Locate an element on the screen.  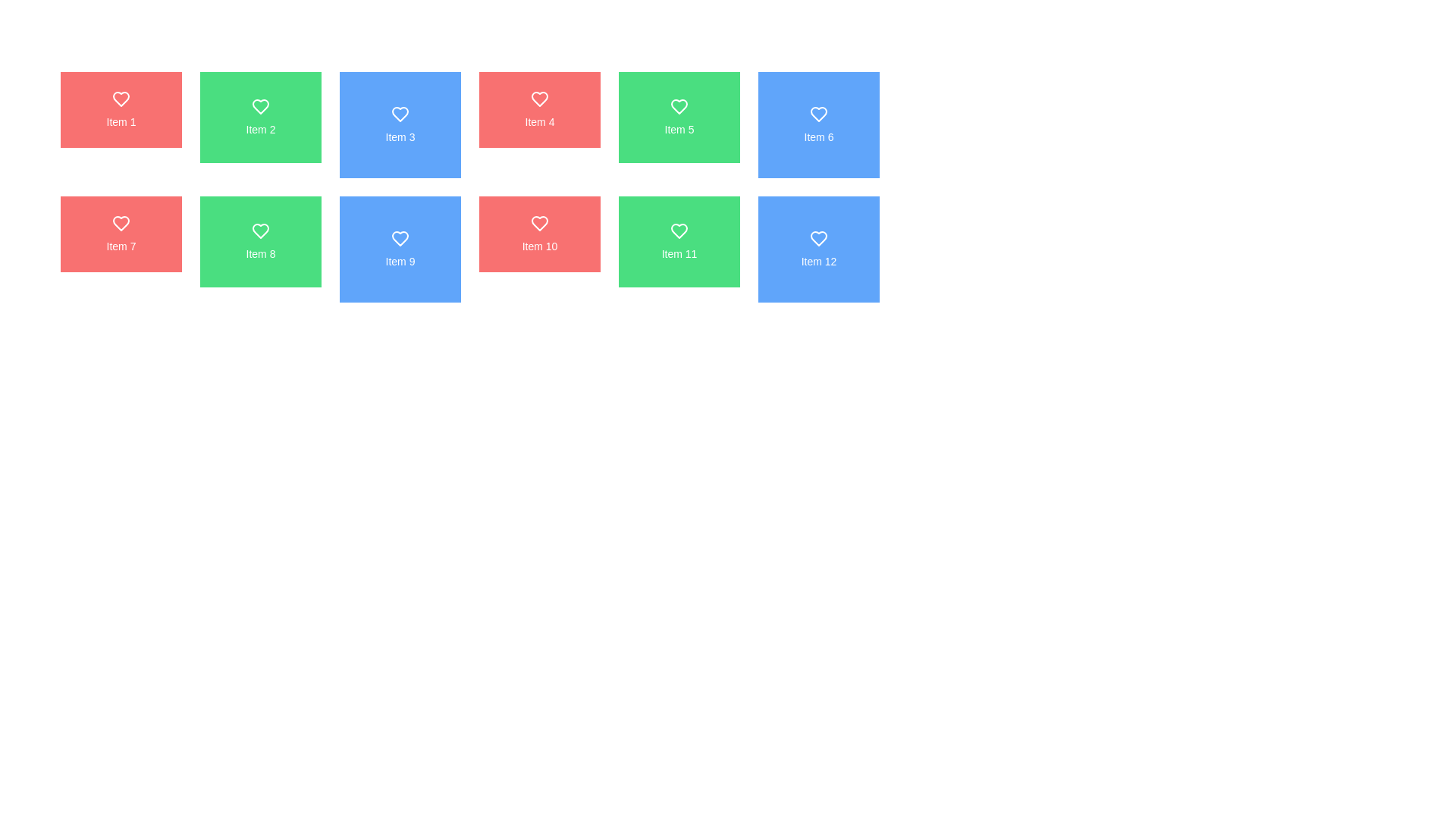
the heart-shaped icon within the blue square labeled 'Item 9' to like or favorite the item is located at coordinates (400, 239).